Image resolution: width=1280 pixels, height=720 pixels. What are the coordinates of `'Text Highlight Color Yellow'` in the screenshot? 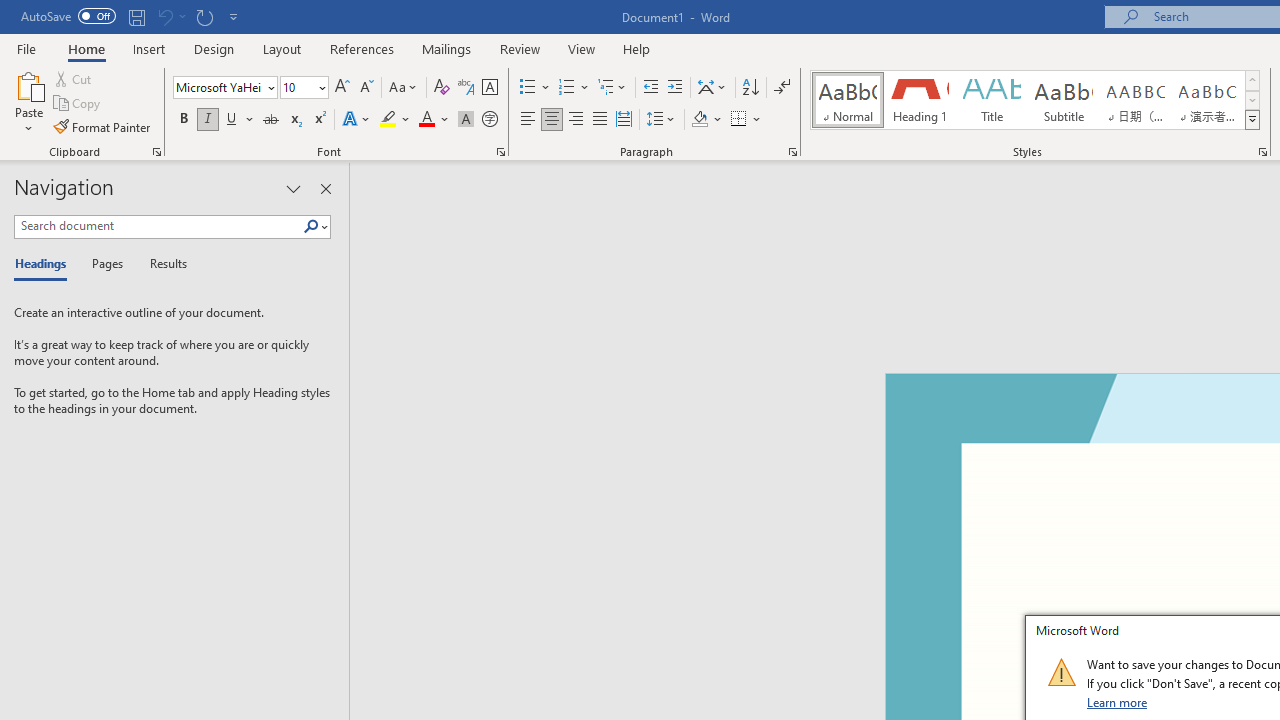 It's located at (388, 119).